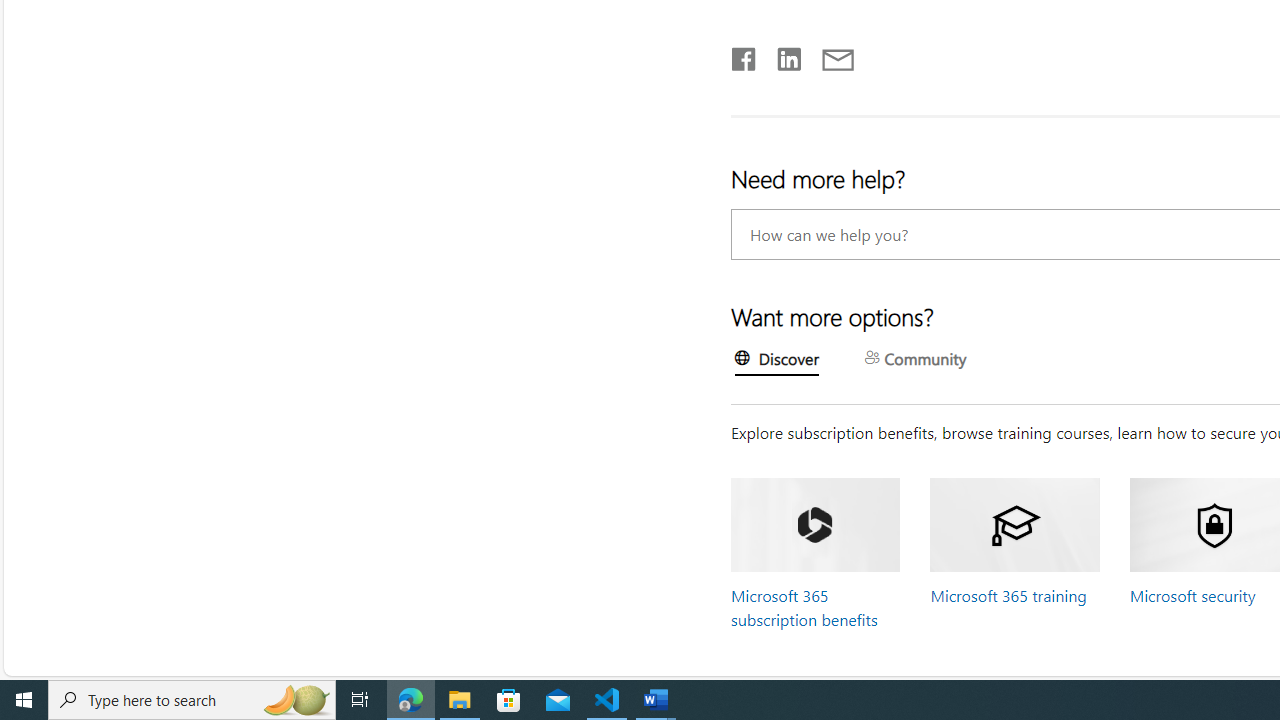  I want to click on 'Share on LinkedIn', so click(779, 54).